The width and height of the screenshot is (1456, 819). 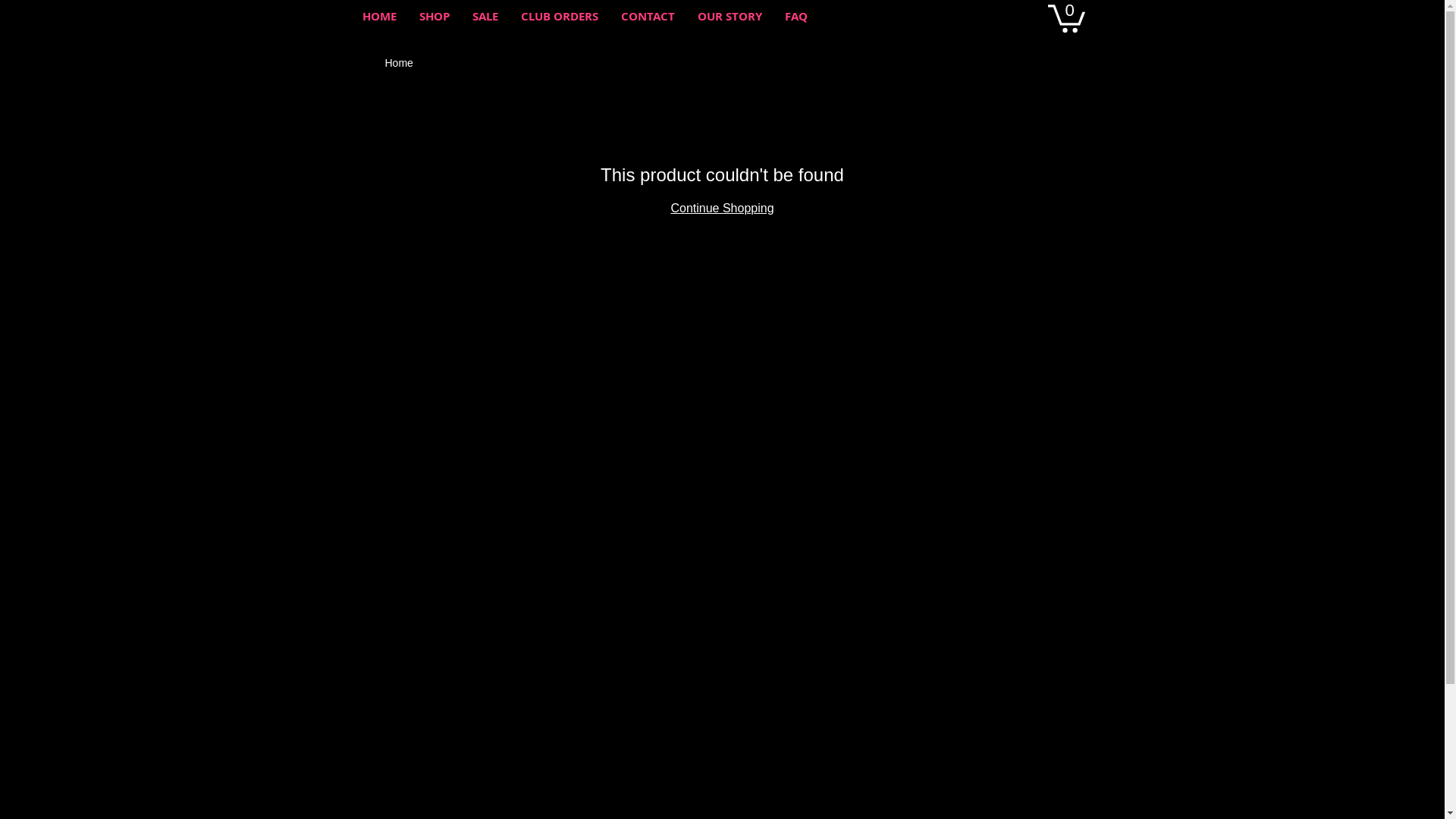 What do you see at coordinates (484, 17) in the screenshot?
I see `'SALE'` at bounding box center [484, 17].